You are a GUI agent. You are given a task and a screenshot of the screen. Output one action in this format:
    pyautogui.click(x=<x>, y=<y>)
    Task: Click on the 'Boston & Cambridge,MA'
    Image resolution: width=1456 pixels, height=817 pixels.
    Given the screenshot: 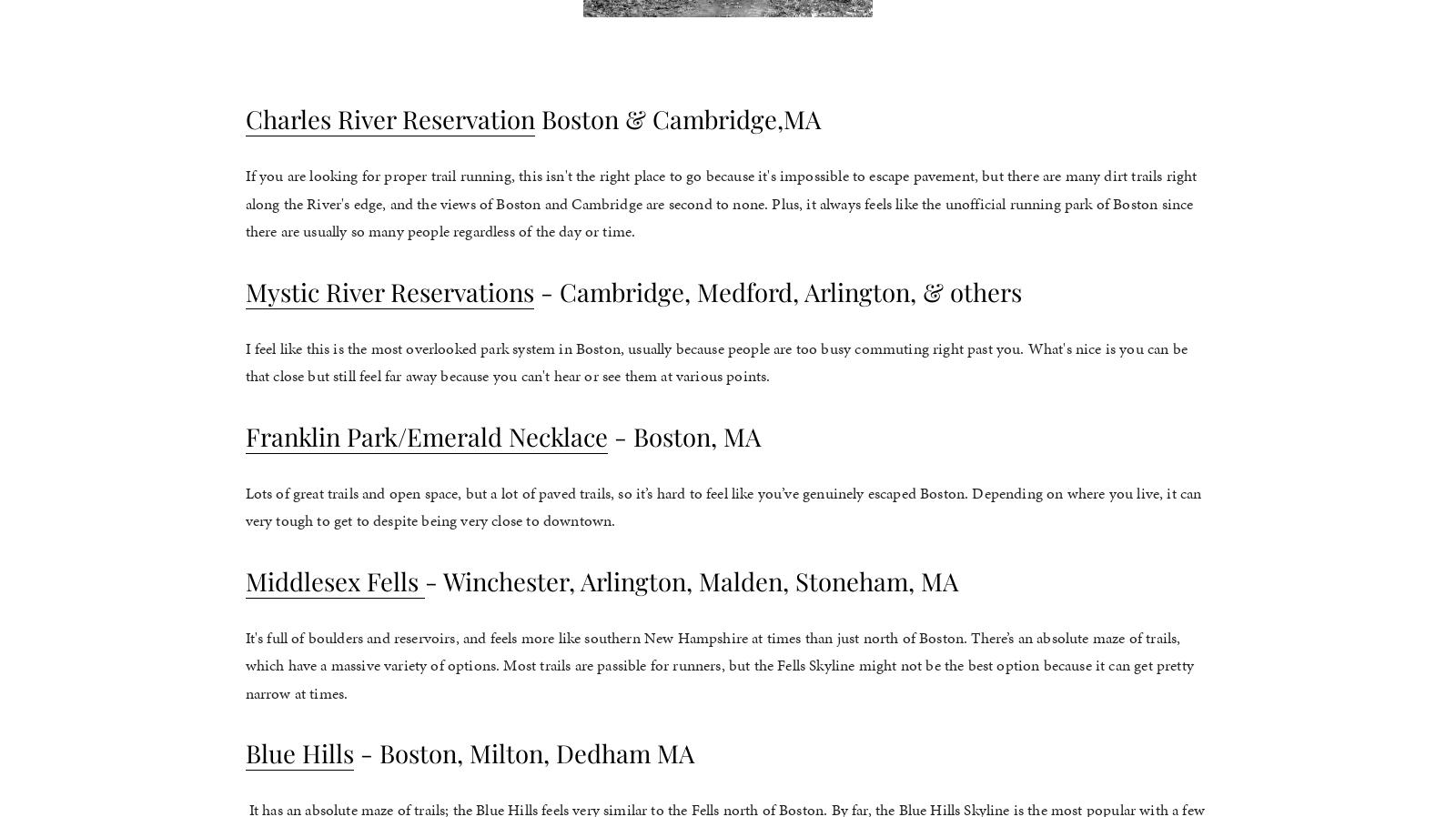 What is the action you would take?
    pyautogui.click(x=533, y=116)
    